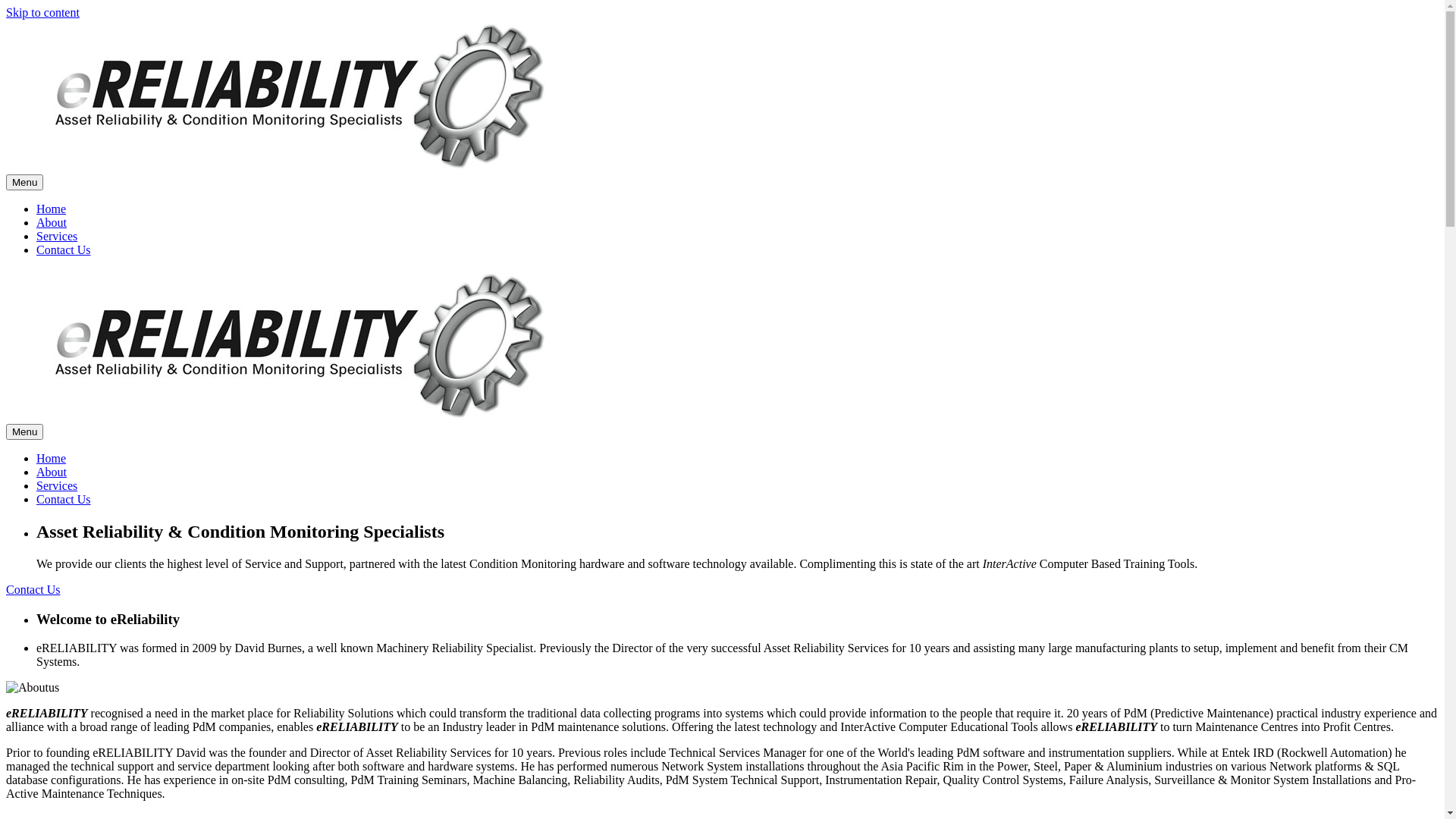 The height and width of the screenshot is (819, 1456). I want to click on 'Contact Us', so click(33, 588).